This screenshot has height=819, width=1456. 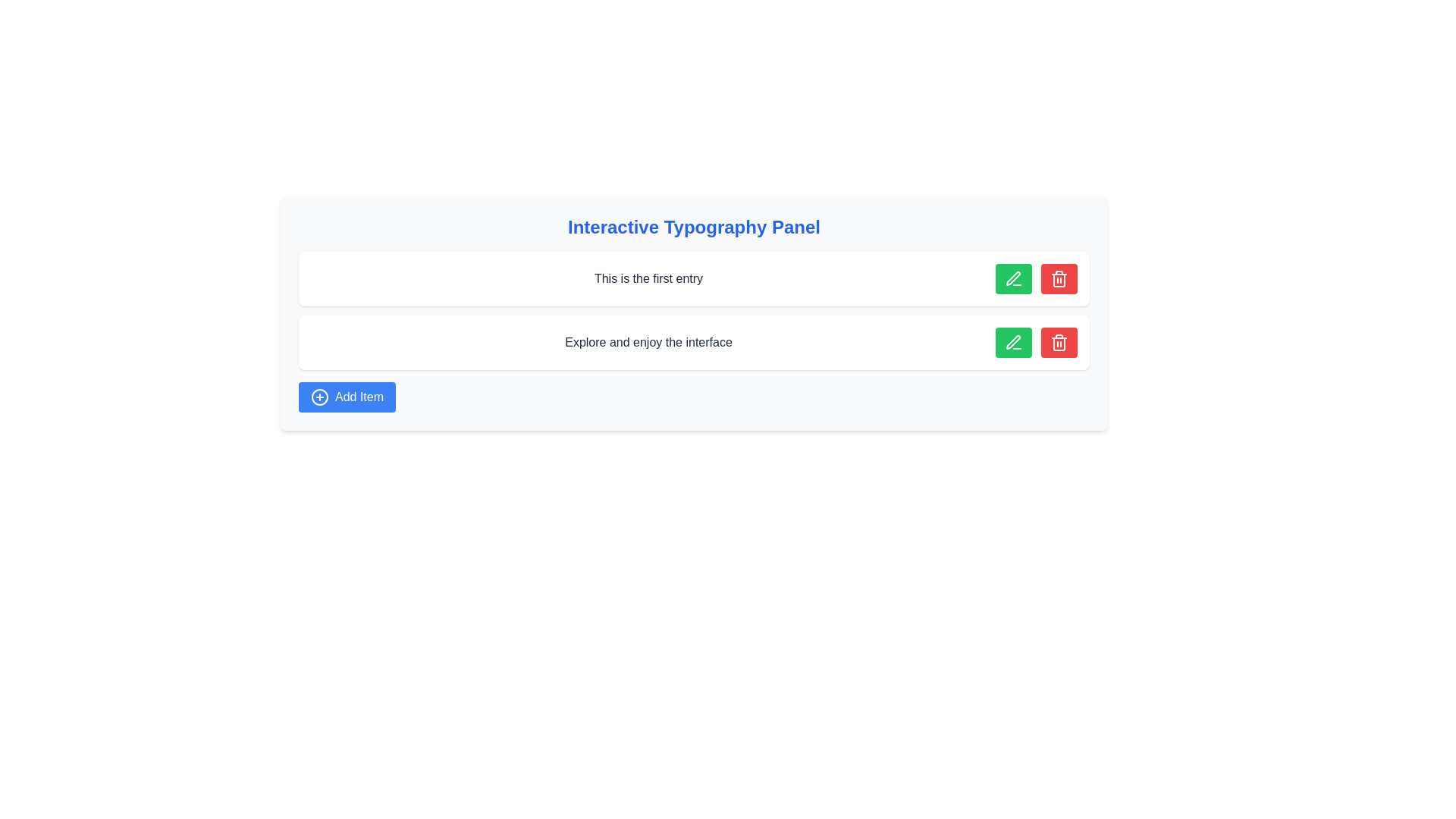 What do you see at coordinates (1058, 342) in the screenshot?
I see `the delete button located on the far-right side of the second entry row in the list to observe the hover effect` at bounding box center [1058, 342].